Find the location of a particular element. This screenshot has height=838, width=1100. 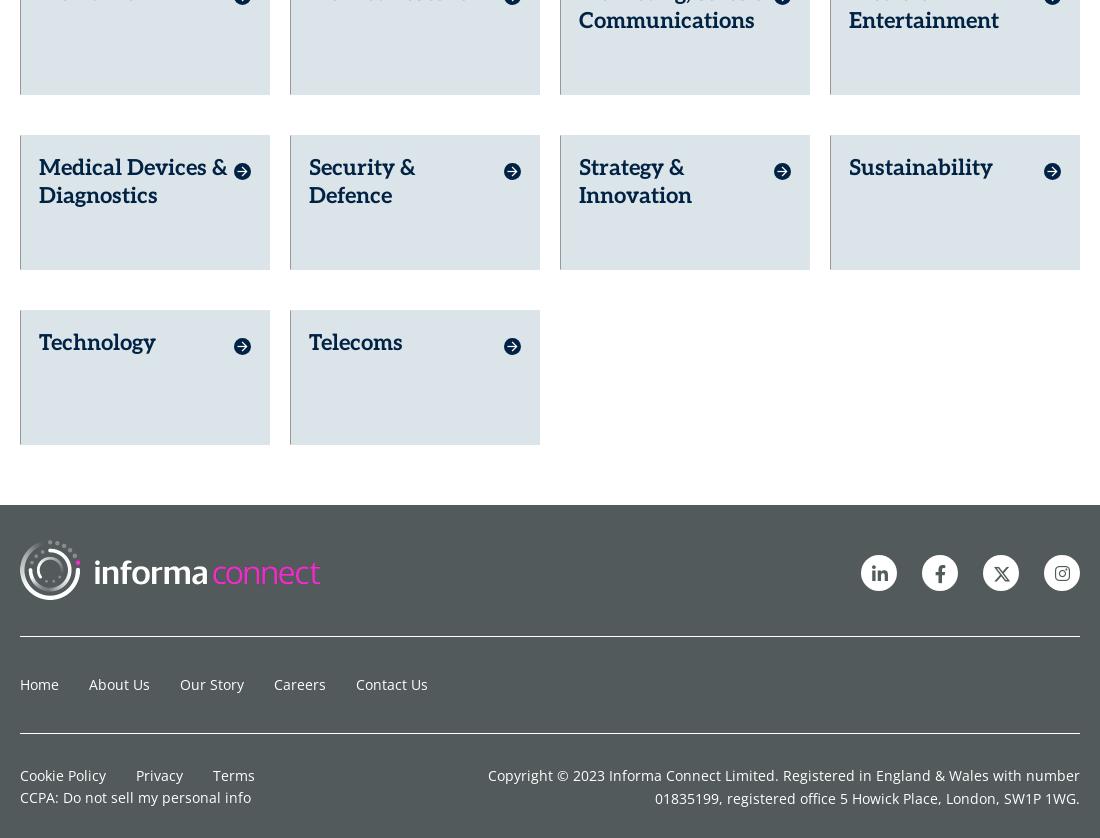

'Careers' is located at coordinates (274, 453).